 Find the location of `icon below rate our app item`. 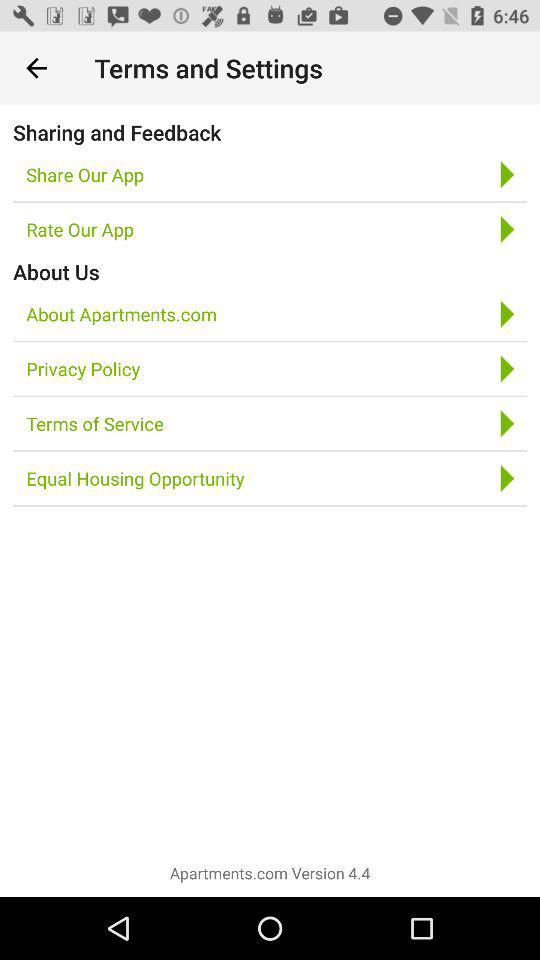

icon below rate our app item is located at coordinates (56, 270).